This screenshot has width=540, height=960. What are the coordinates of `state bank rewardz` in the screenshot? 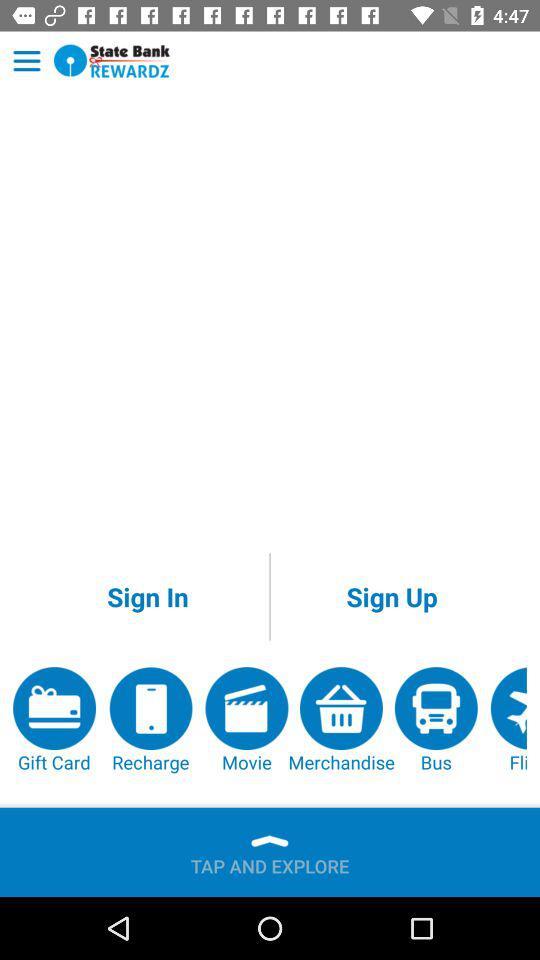 It's located at (112, 61).